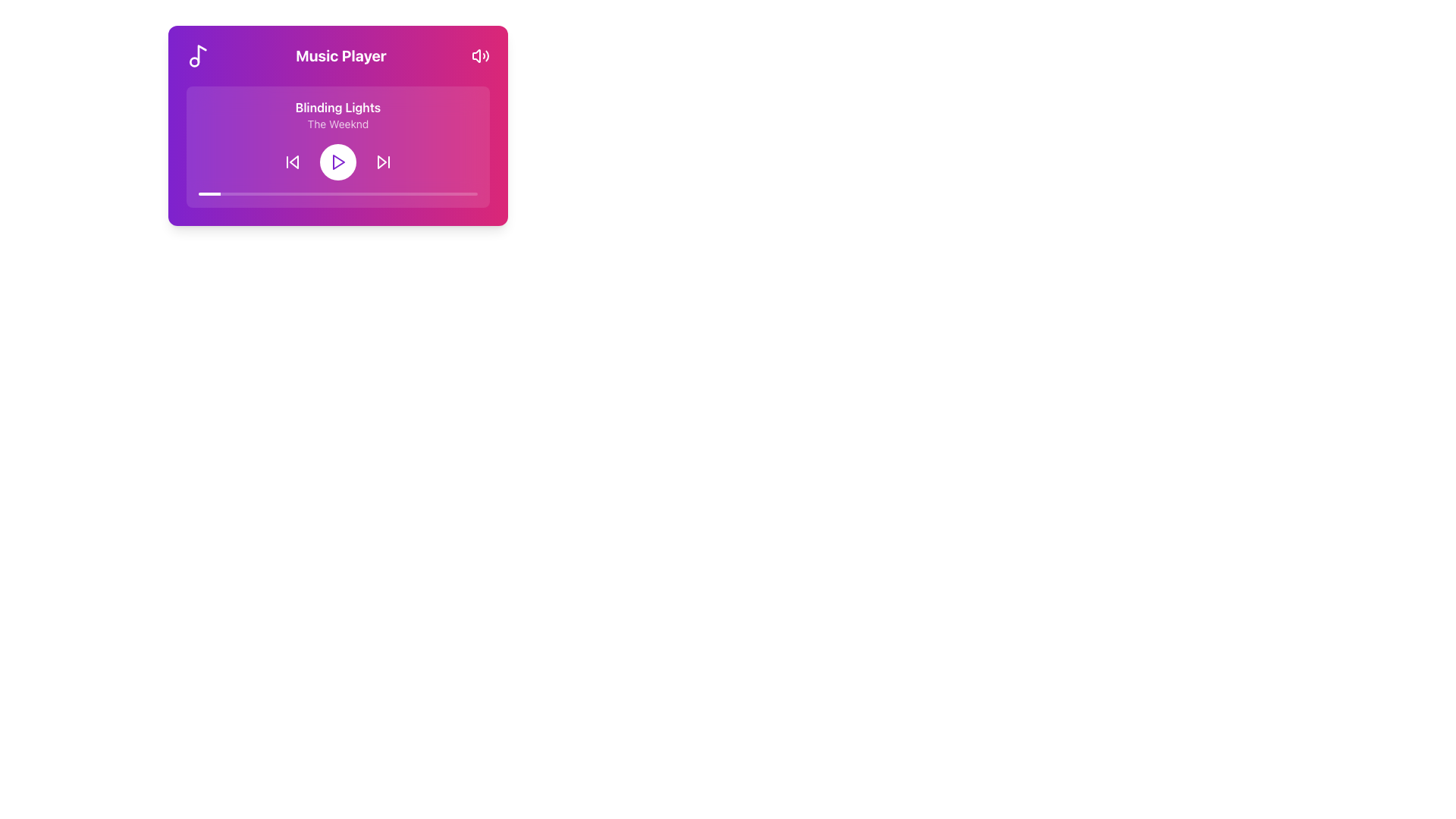  What do you see at coordinates (337, 146) in the screenshot?
I see `the play button in the Music playback interface component` at bounding box center [337, 146].